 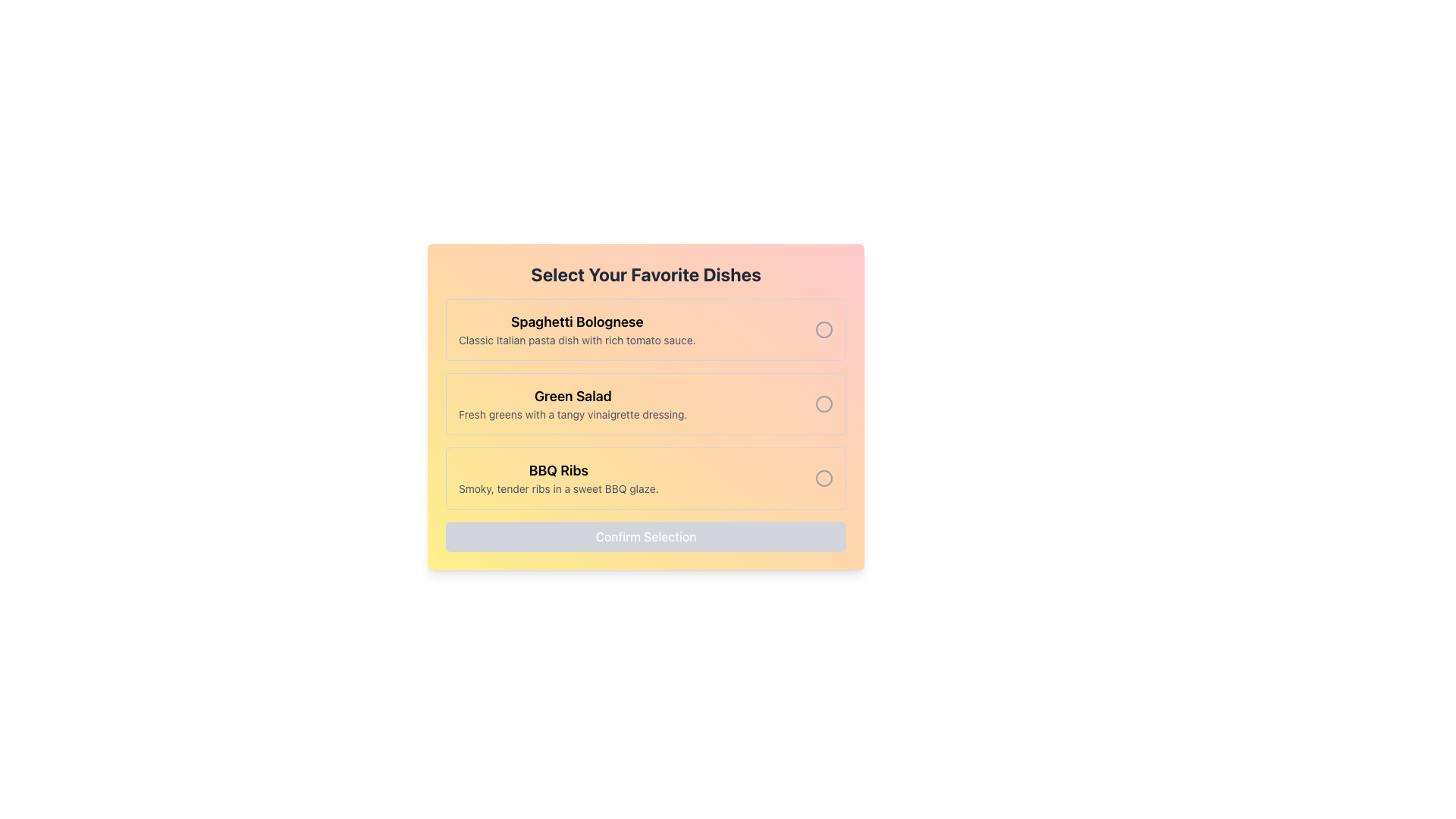 I want to click on descriptive text label located directly below the title 'Spaghetti Bolognese' in the first option group of the vertical list, so click(x=576, y=339).